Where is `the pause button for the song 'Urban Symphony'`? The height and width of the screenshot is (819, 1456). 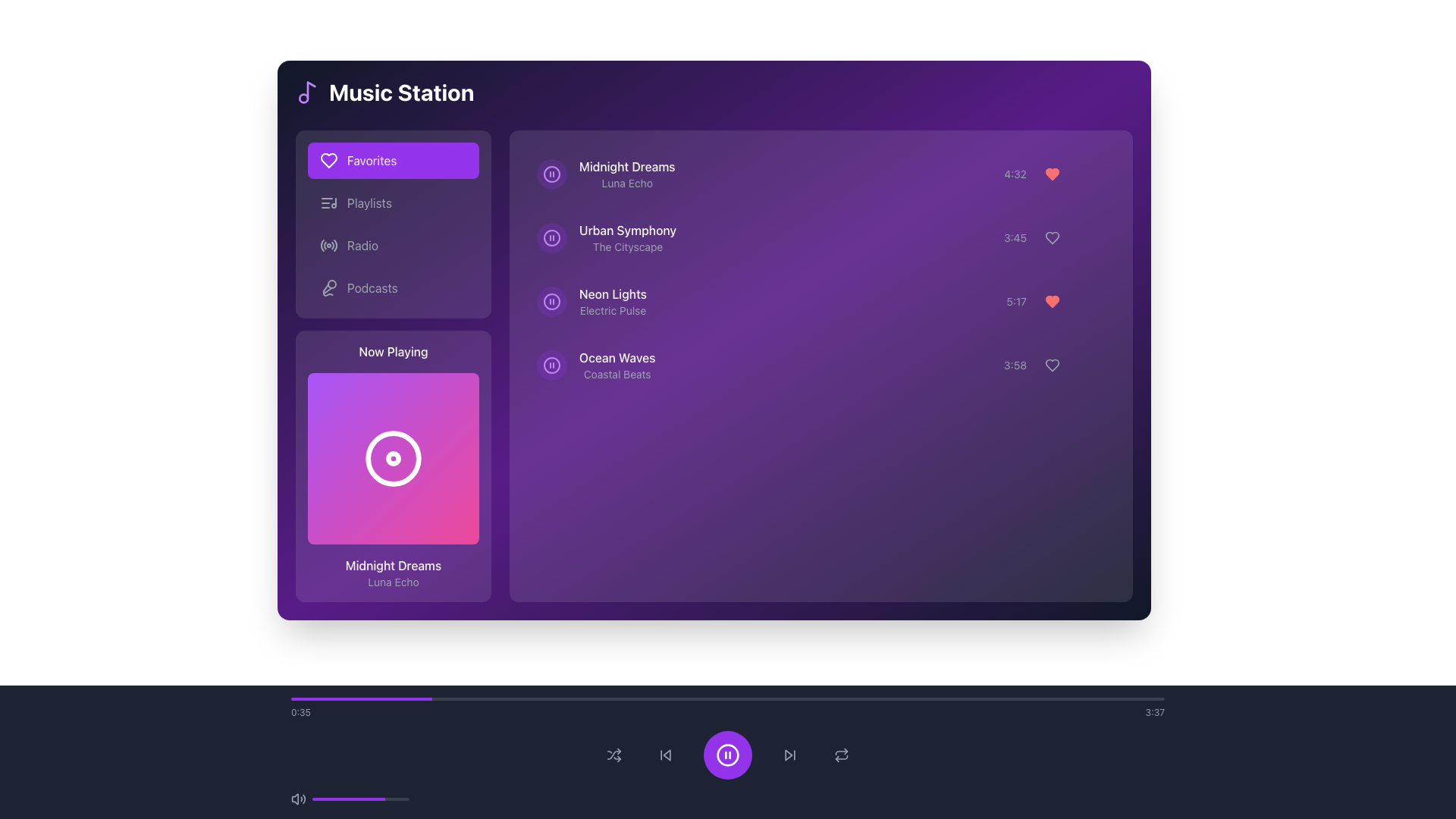
the pause button for the song 'Urban Symphony' is located at coordinates (551, 237).